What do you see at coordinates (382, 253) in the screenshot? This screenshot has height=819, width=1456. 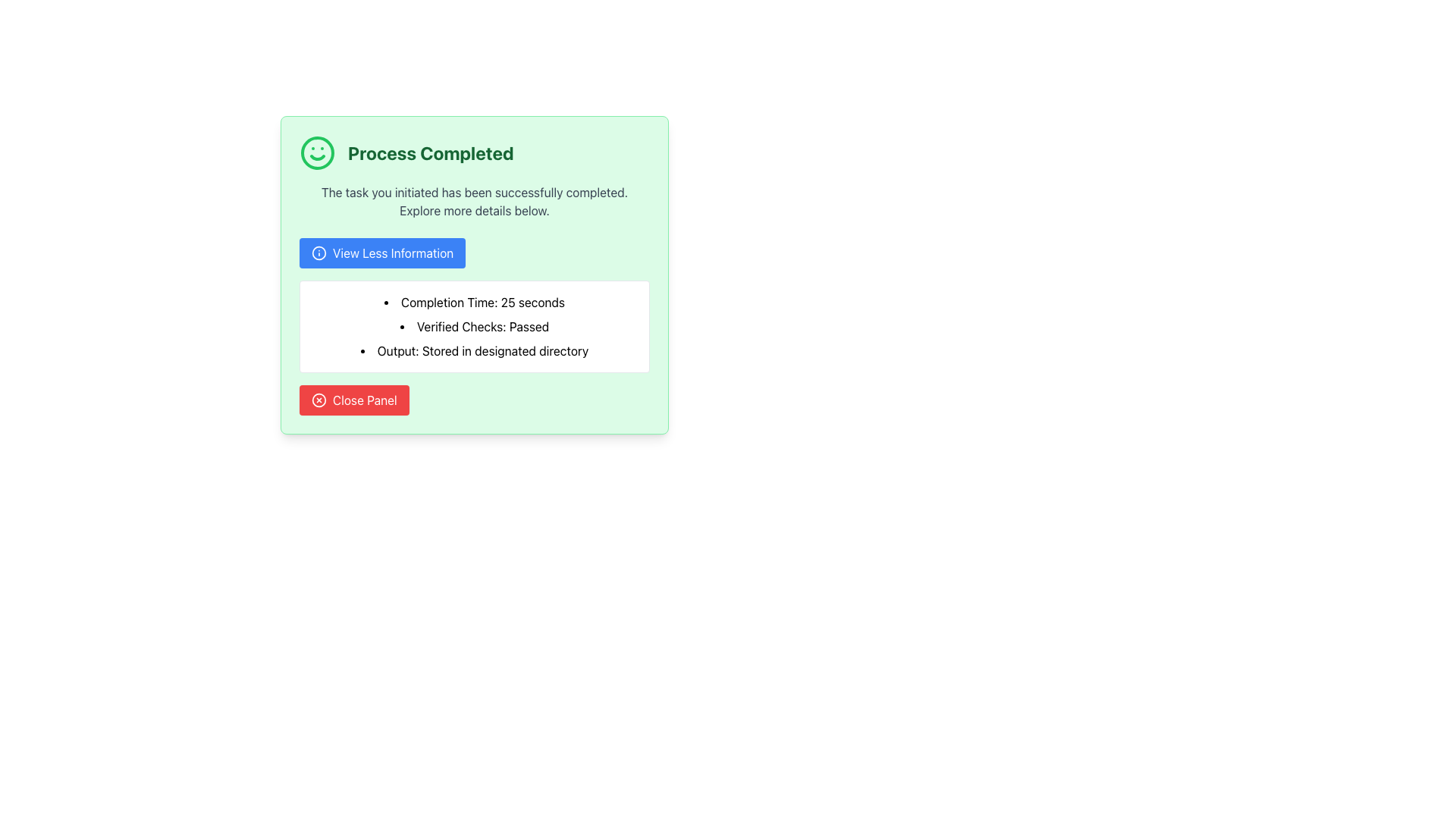 I see `the rectangular button with a blue background and white text that reads 'View Less Information' for keyboard navigation` at bounding box center [382, 253].